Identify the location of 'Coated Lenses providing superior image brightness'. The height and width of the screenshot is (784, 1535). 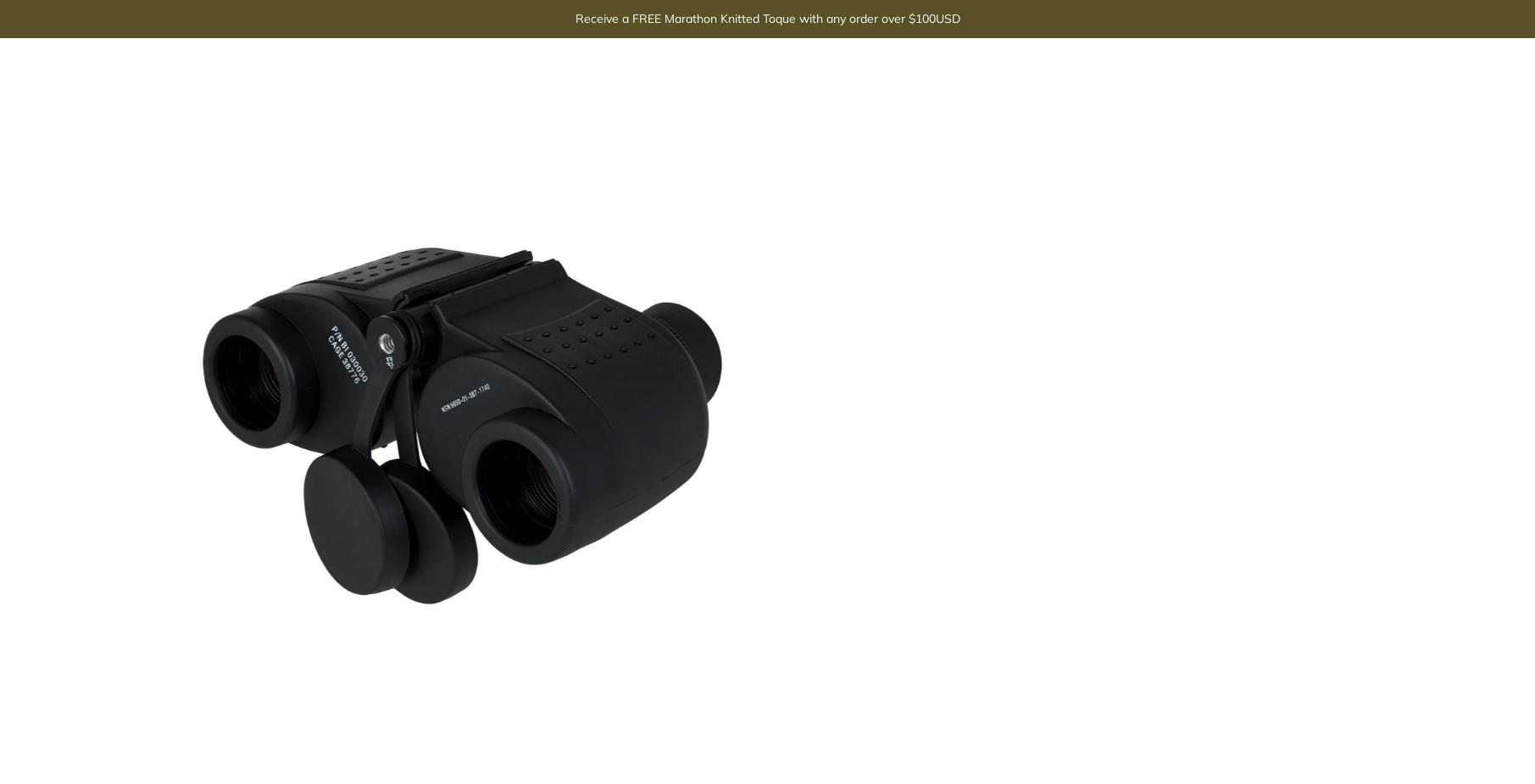
(1106, 136).